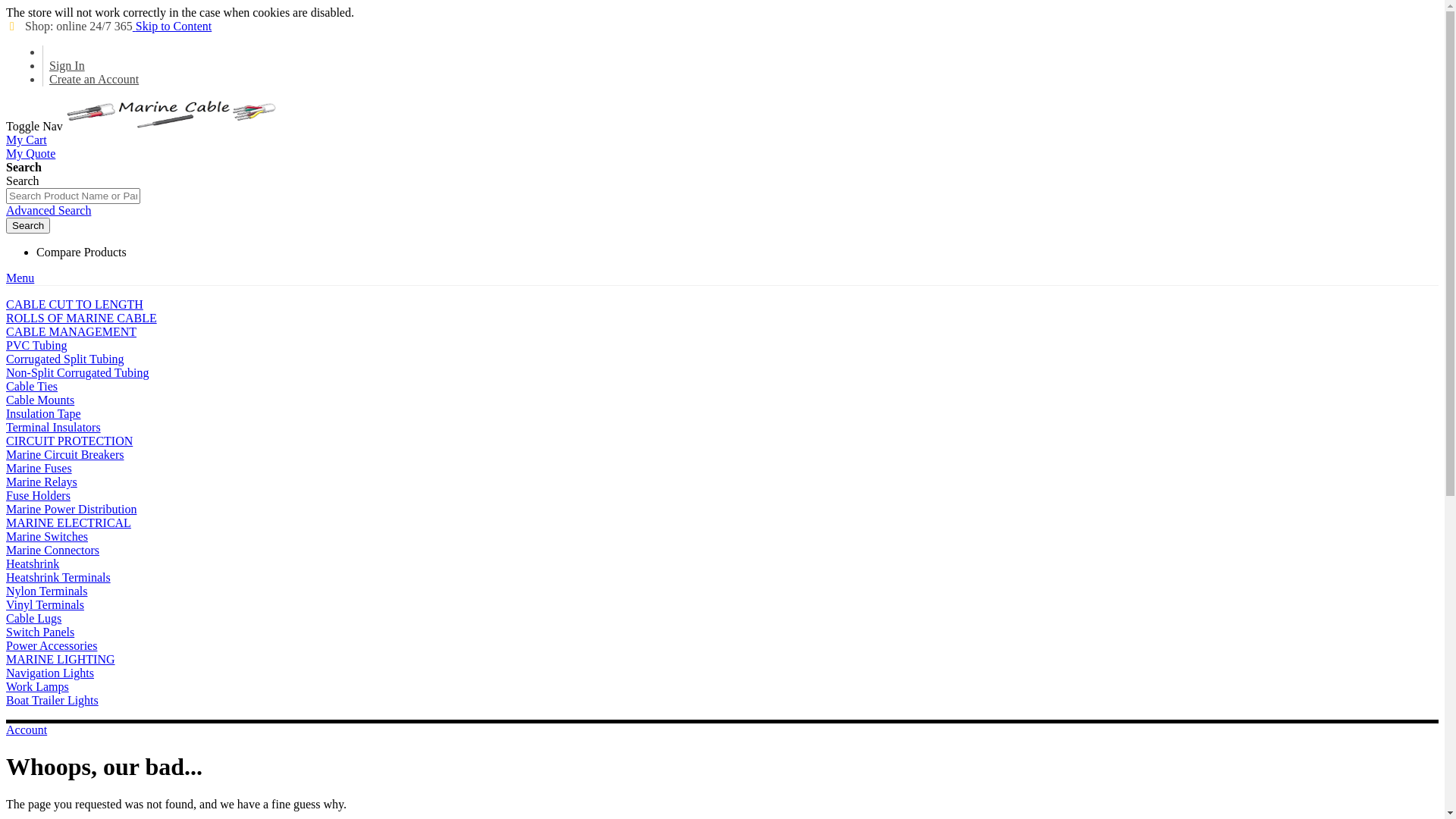 The height and width of the screenshot is (819, 1456). What do you see at coordinates (32, 385) in the screenshot?
I see `'Cable Ties'` at bounding box center [32, 385].